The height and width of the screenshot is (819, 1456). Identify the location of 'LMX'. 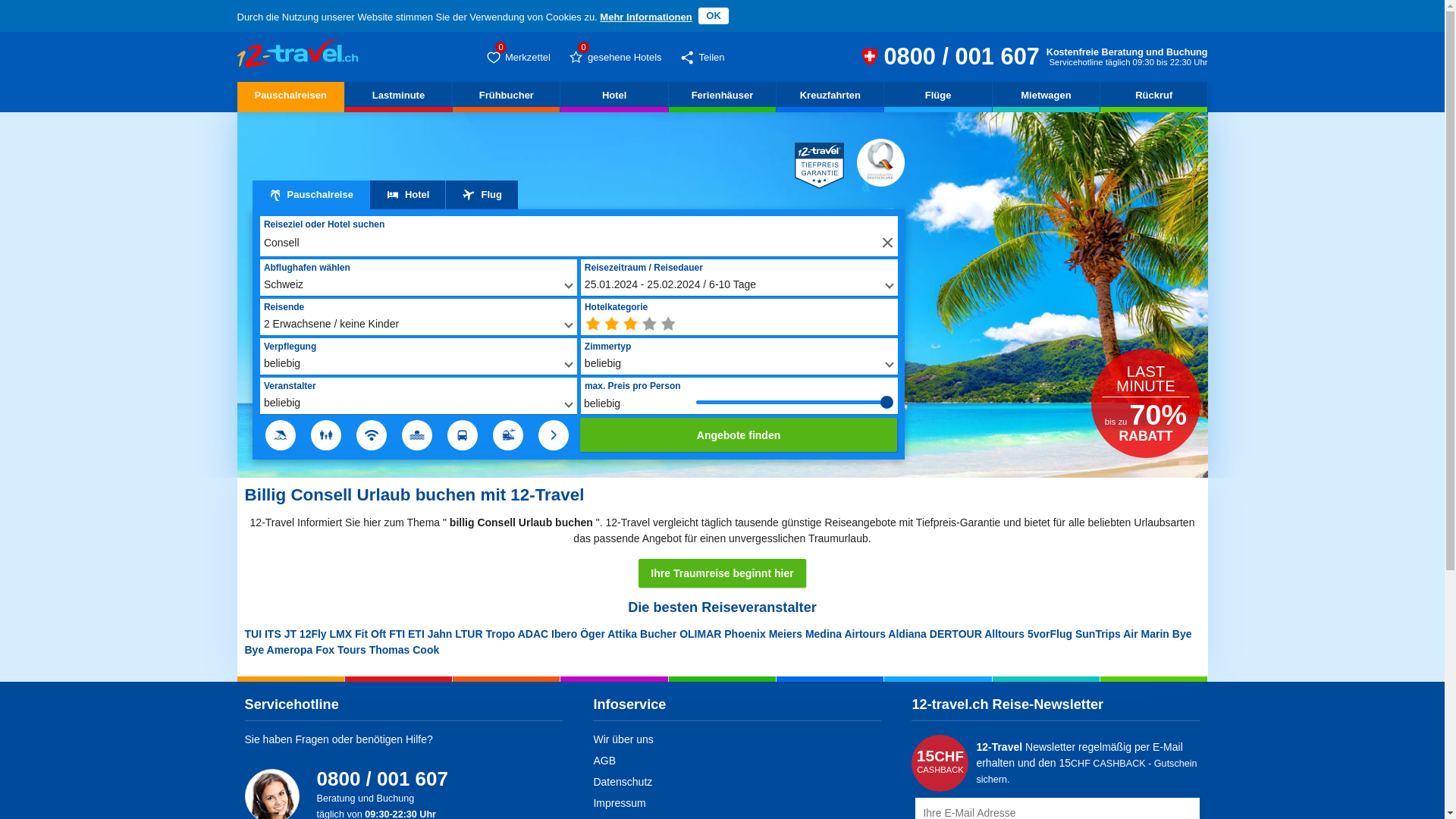
(340, 634).